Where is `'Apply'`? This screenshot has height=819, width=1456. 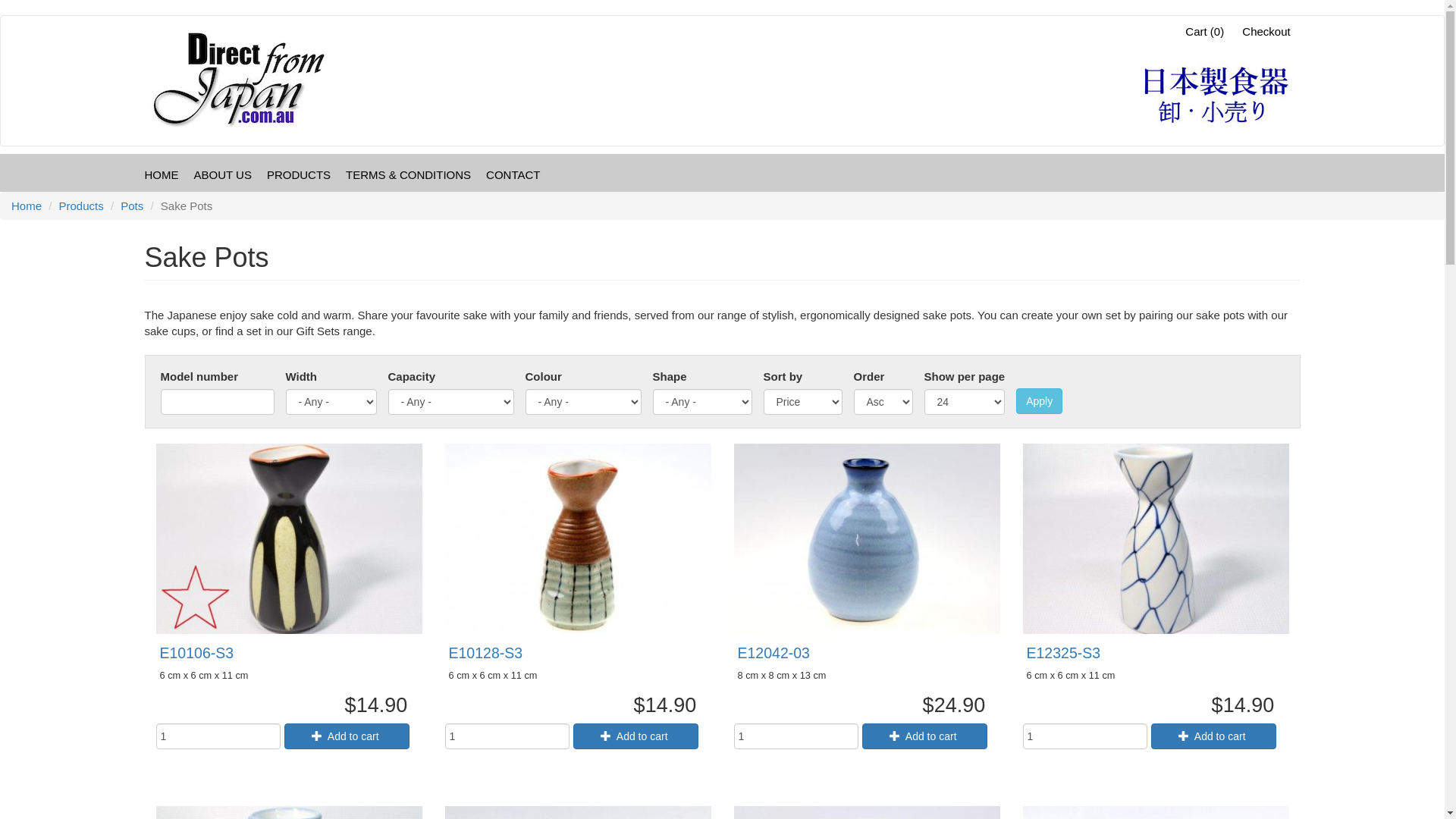
'Apply' is located at coordinates (1038, 400).